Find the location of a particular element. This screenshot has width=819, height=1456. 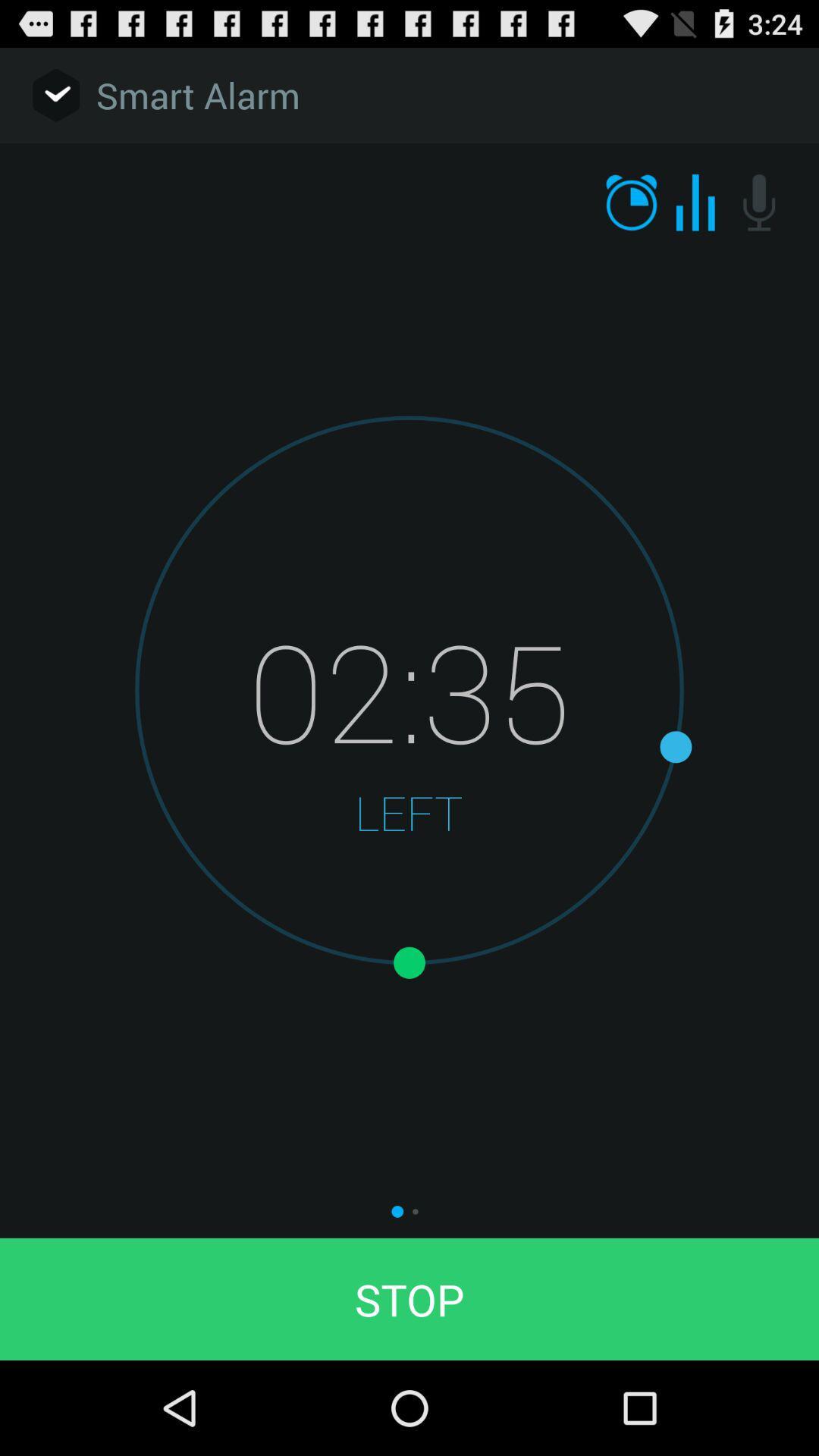

stop icon is located at coordinates (409, 1298).